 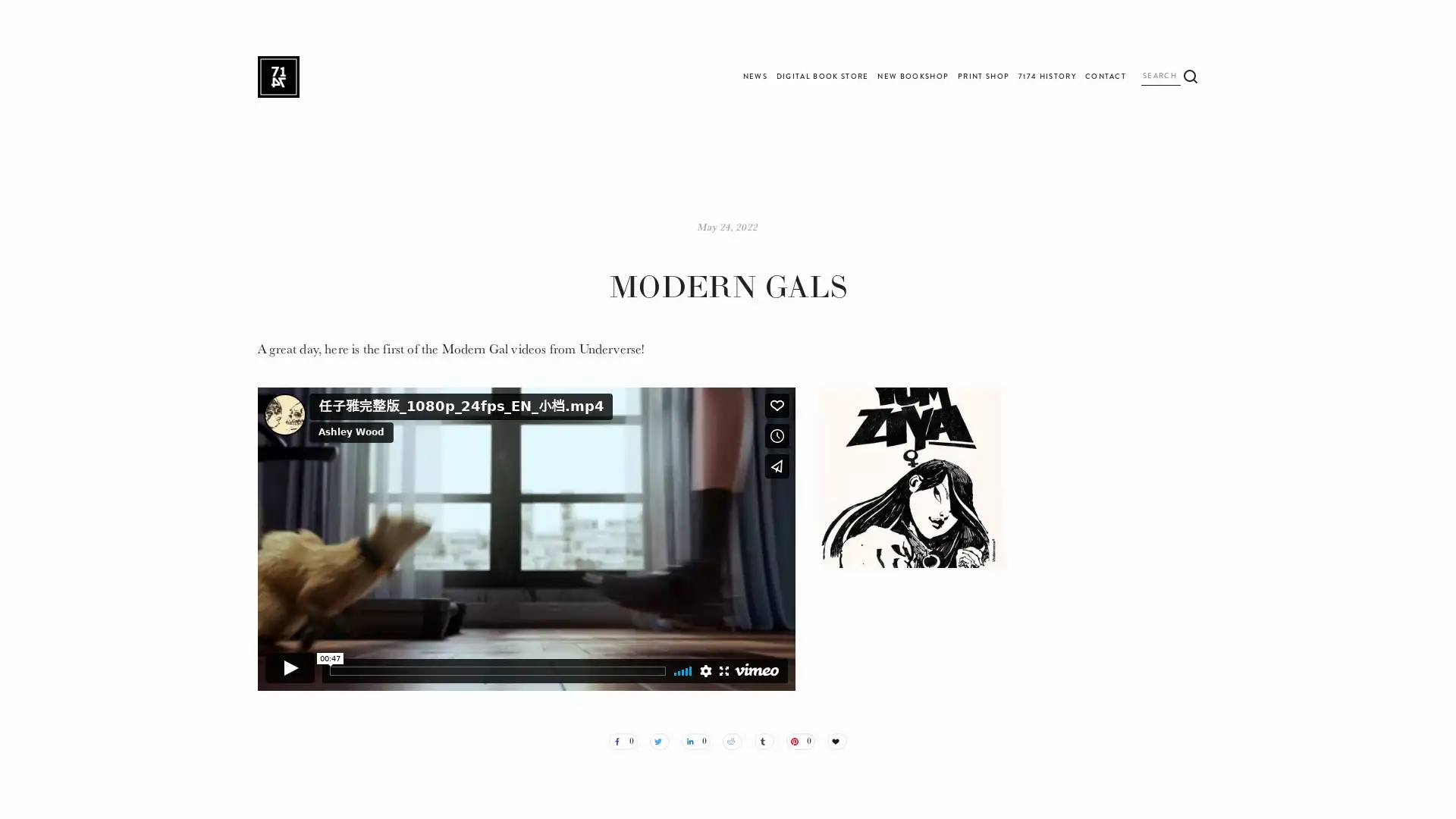 I want to click on Close, so click(x=943, y=281).